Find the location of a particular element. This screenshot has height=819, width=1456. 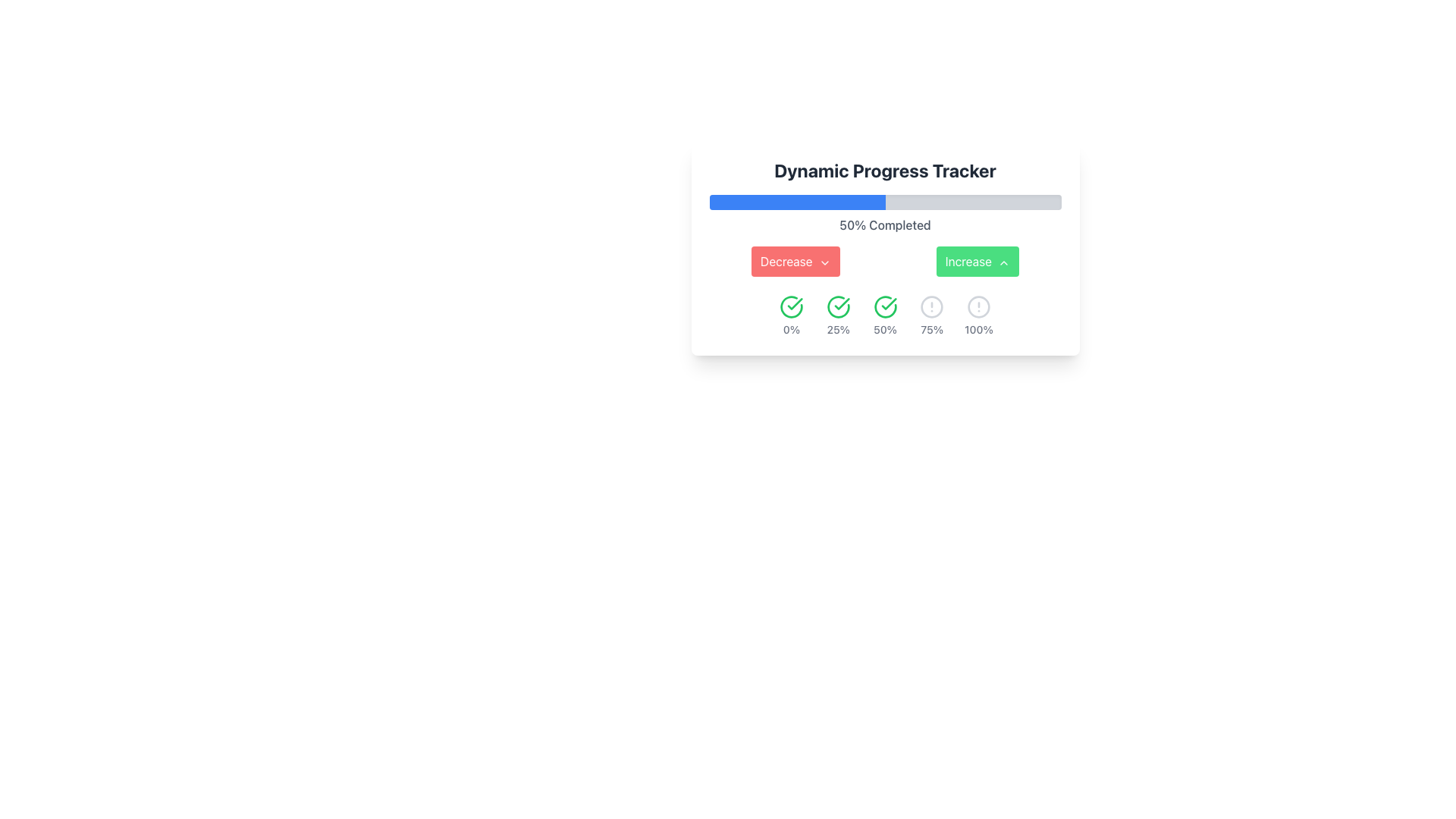

the fifth circular visual indicator in the row of symbols underneath the progress tracker is located at coordinates (931, 307).